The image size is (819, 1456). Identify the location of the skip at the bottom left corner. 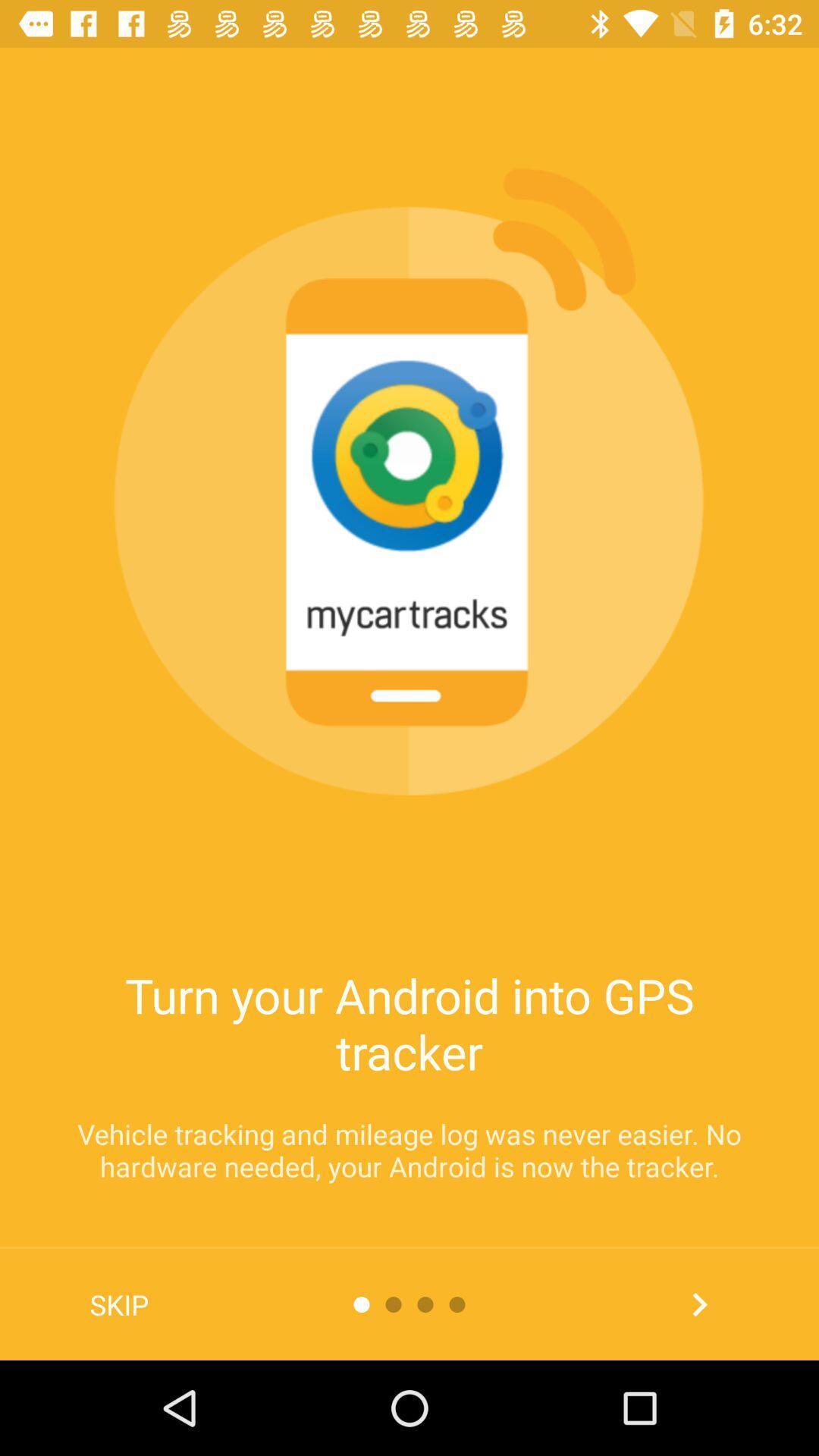
(118, 1304).